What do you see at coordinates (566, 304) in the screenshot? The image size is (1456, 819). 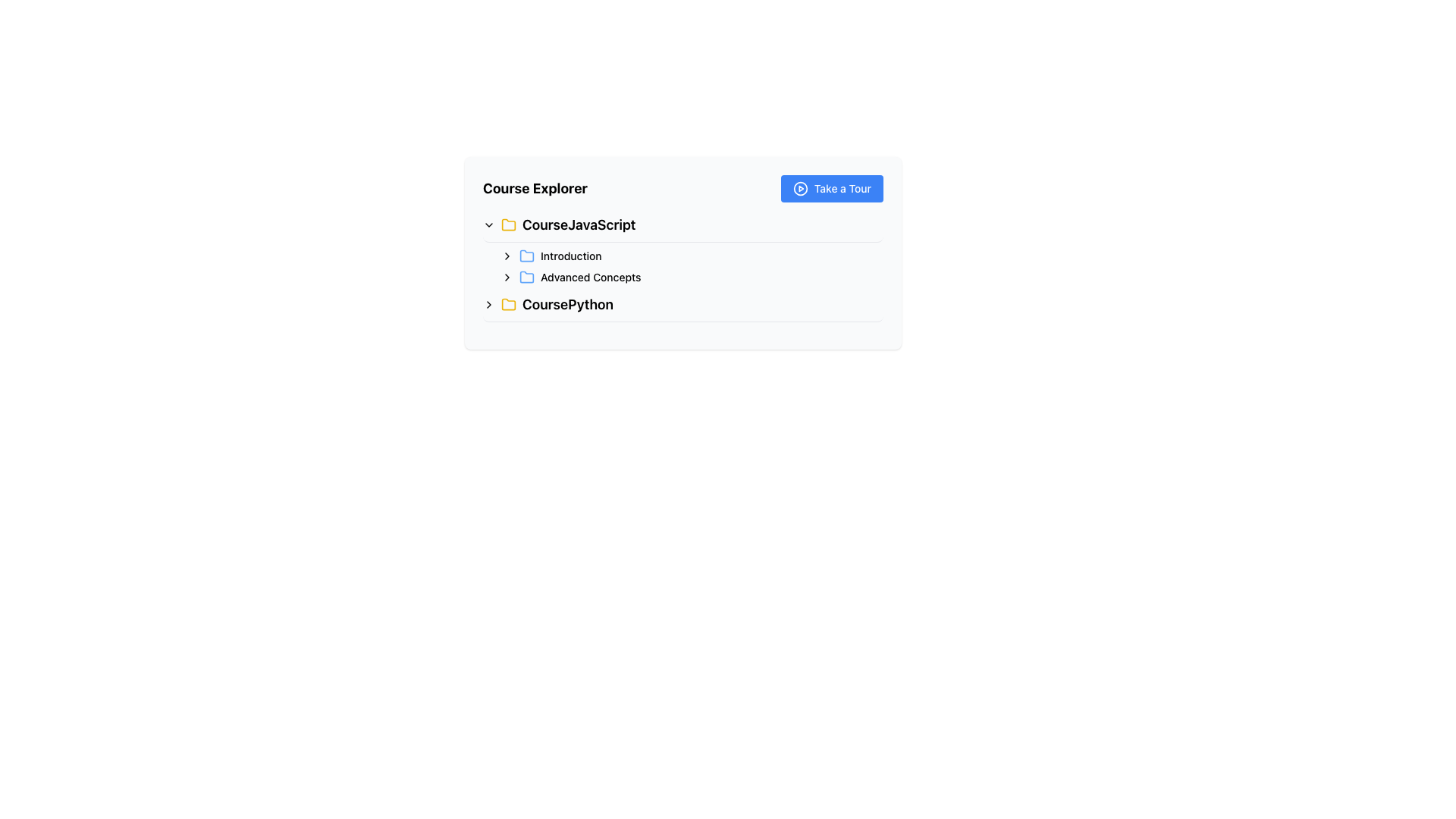 I see `the clickable text label for the 'CoursePython' folder, which is located to the right of the yellow folder icon and aligns with the chevron icon pointing right` at bounding box center [566, 304].